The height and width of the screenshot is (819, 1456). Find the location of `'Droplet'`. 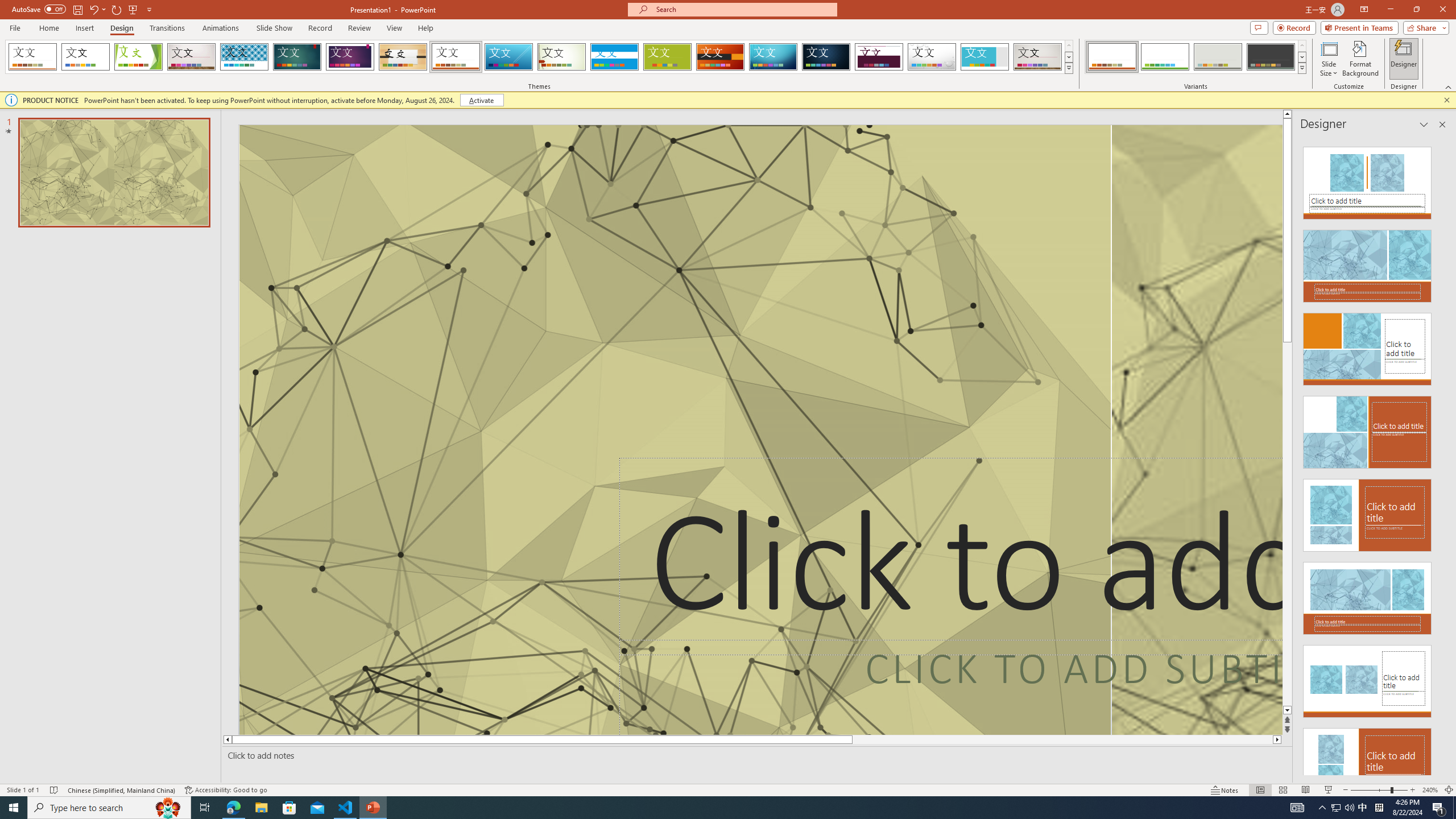

'Droplet' is located at coordinates (932, 56).